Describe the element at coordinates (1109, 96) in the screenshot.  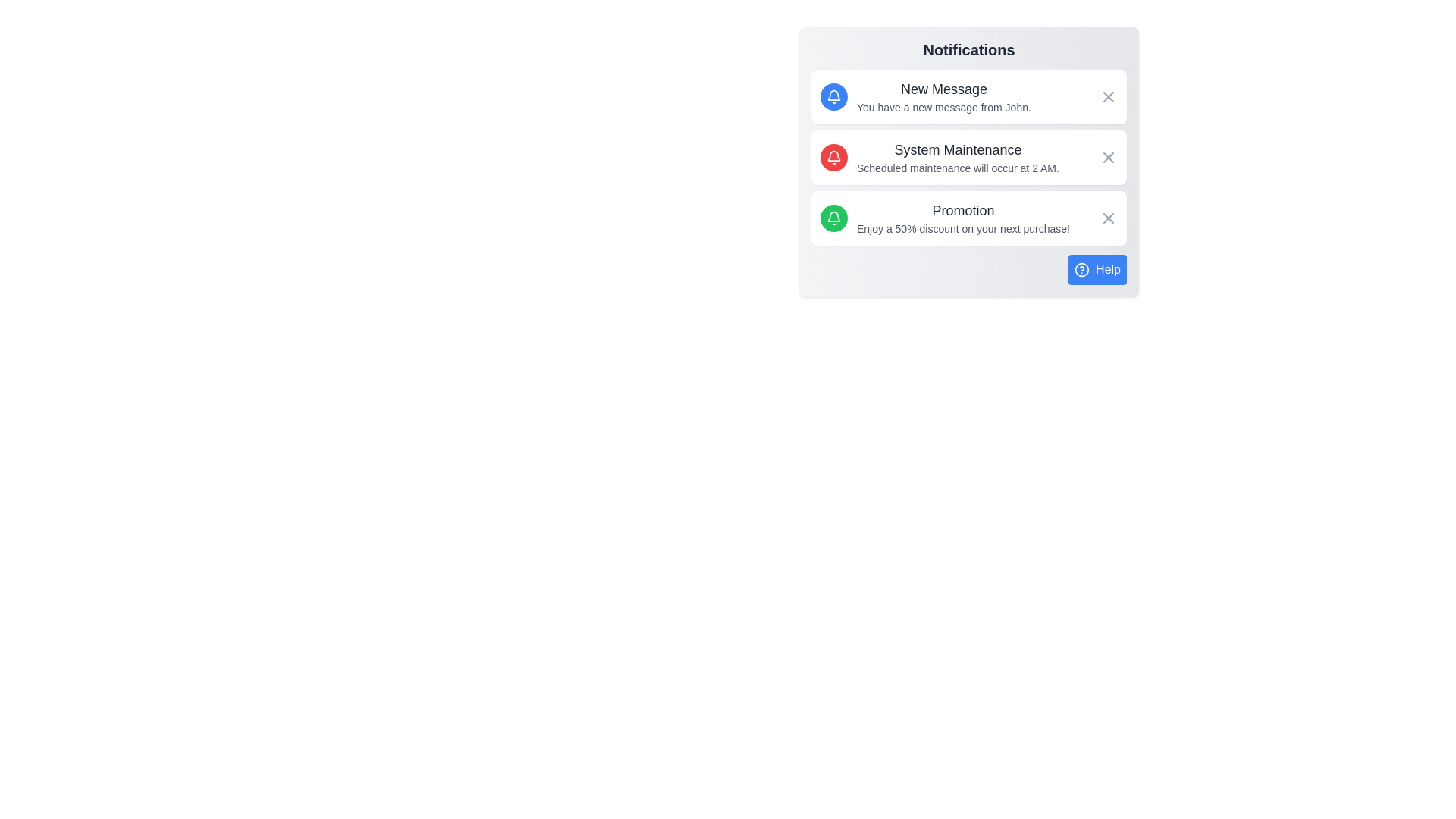
I see `the bottom-left to top-right diagonal segment of the 'X' close button for the notification titled 'New Message'` at that location.